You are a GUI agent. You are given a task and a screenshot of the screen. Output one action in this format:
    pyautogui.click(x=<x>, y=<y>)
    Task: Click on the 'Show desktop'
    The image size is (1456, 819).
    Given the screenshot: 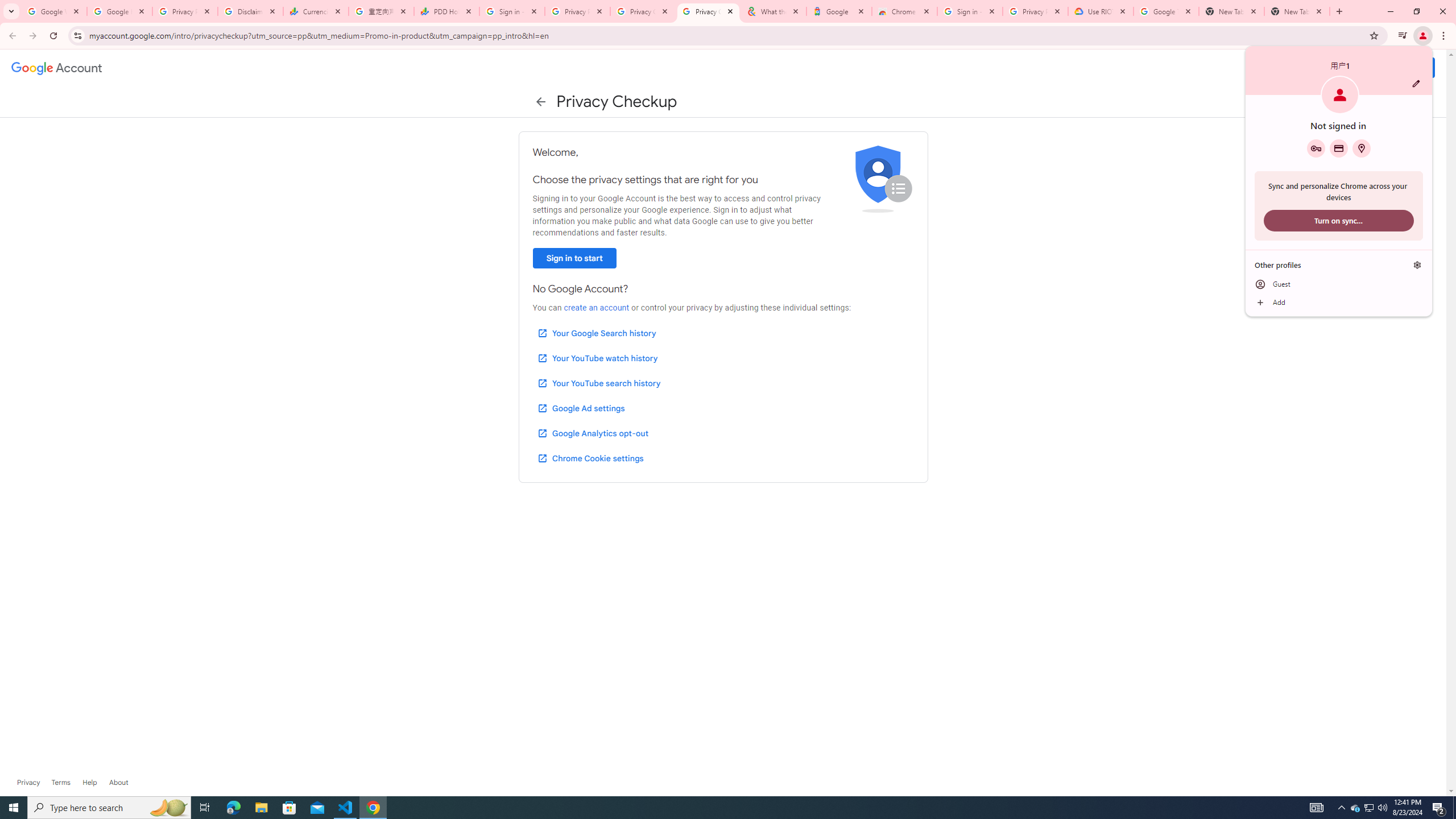 What is the action you would take?
    pyautogui.click(x=1454, y=806)
    